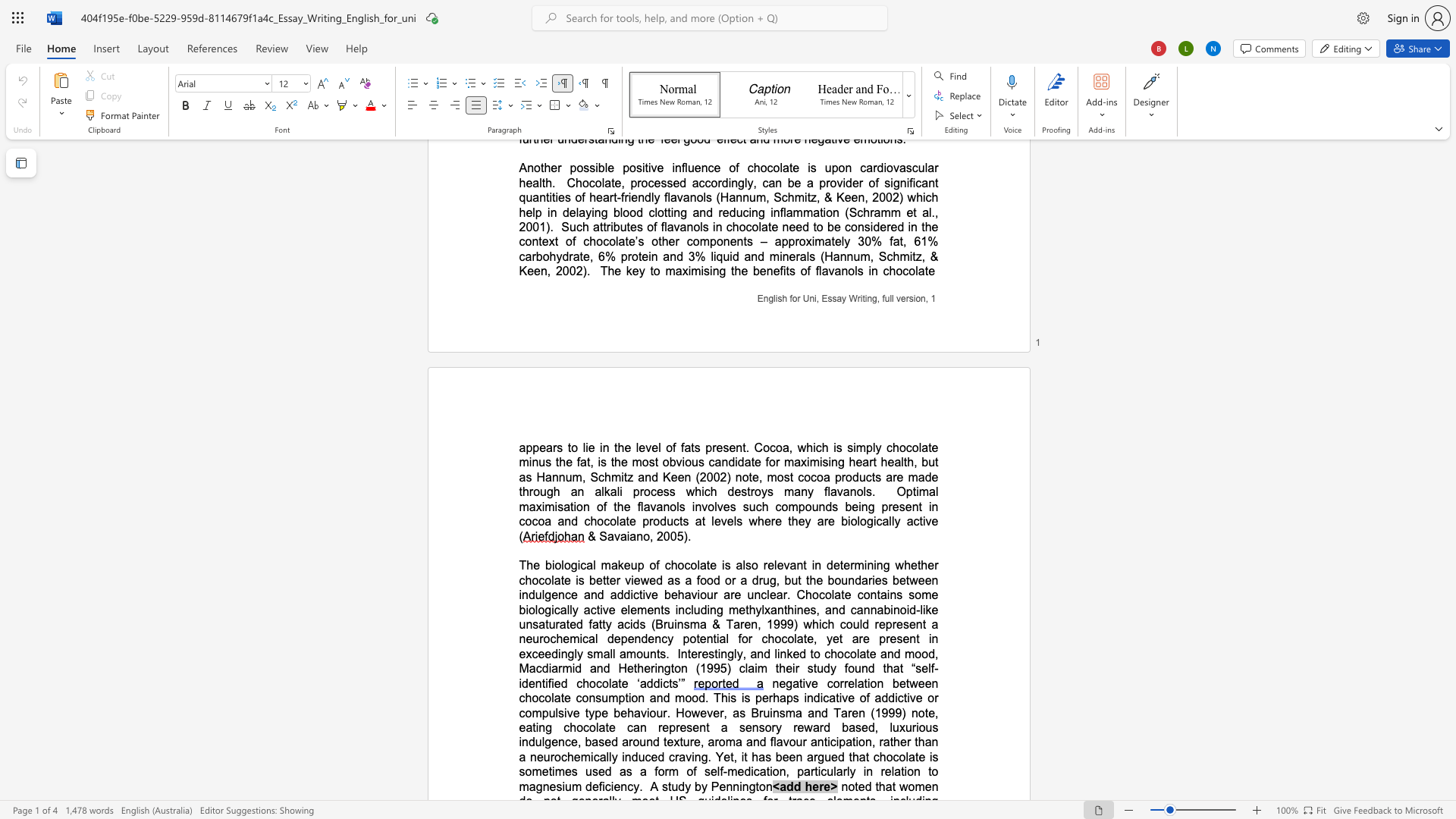 This screenshot has height=819, width=1456. Describe the element at coordinates (871, 461) in the screenshot. I see `the 4th character "r" in the text` at that location.